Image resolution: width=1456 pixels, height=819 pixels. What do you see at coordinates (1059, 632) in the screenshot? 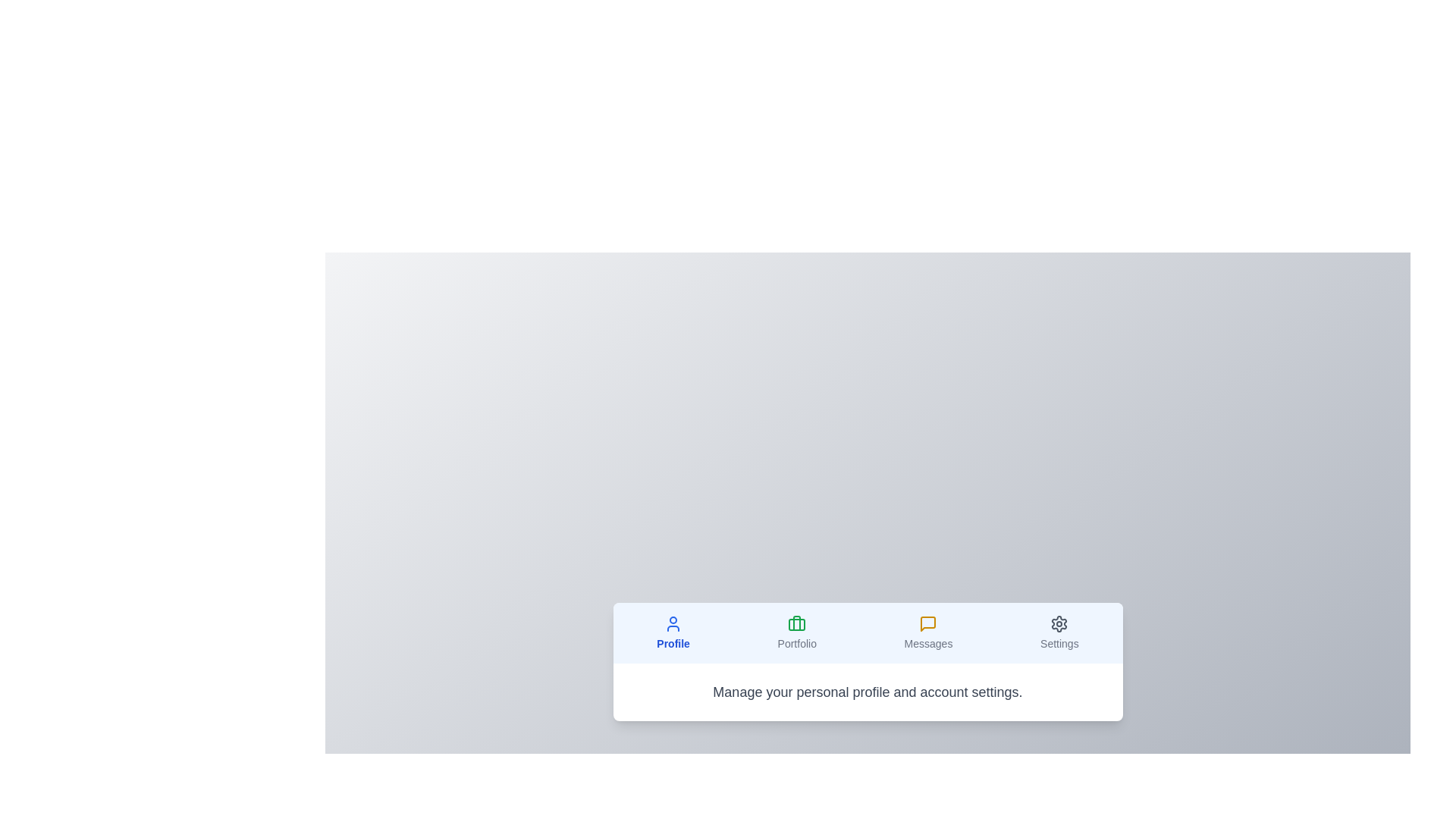
I see `the 'Settings' tab to view its content` at bounding box center [1059, 632].